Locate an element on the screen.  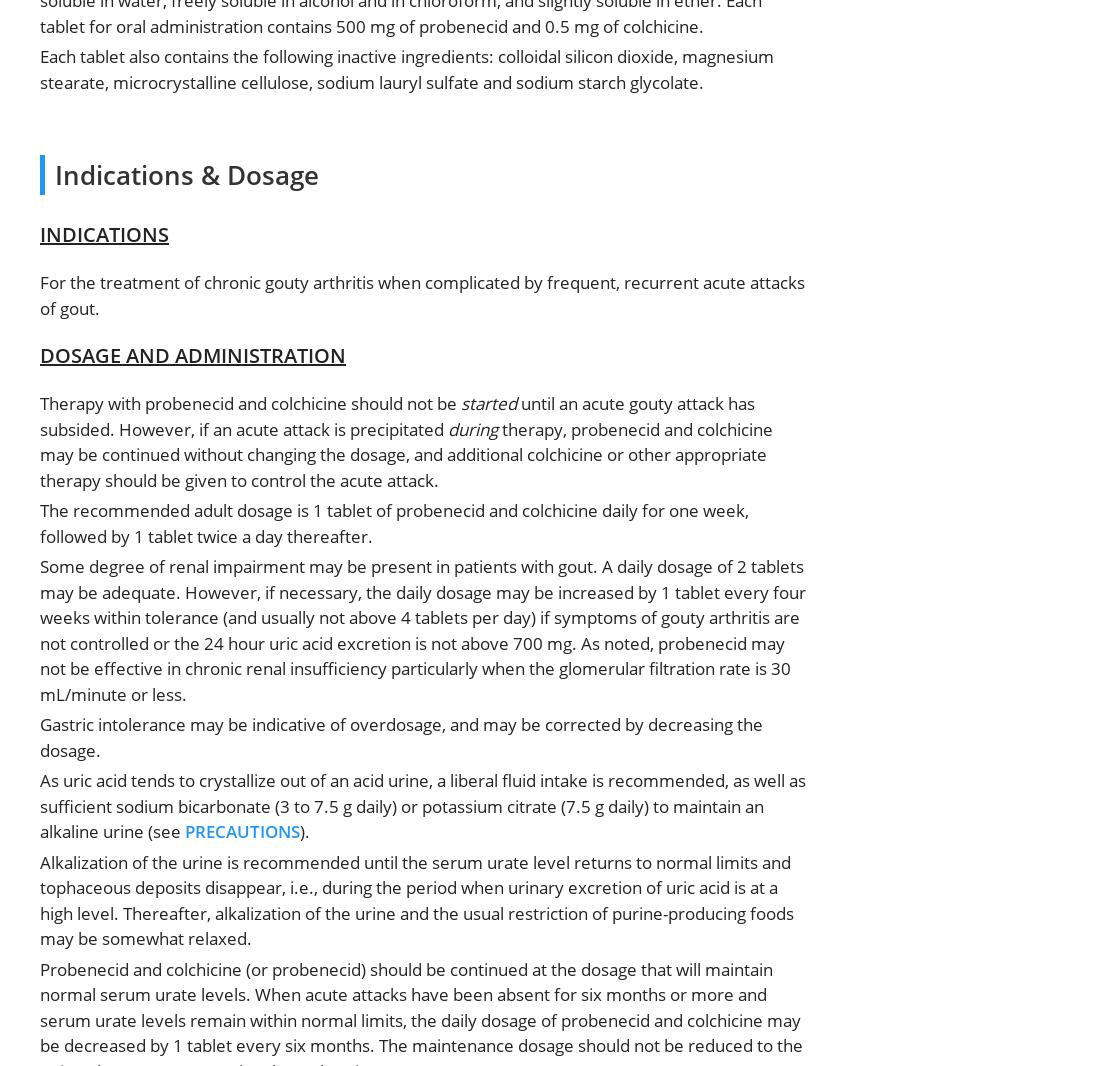
'Therapy with probenecid and colchicine should not be' is located at coordinates (248, 403).